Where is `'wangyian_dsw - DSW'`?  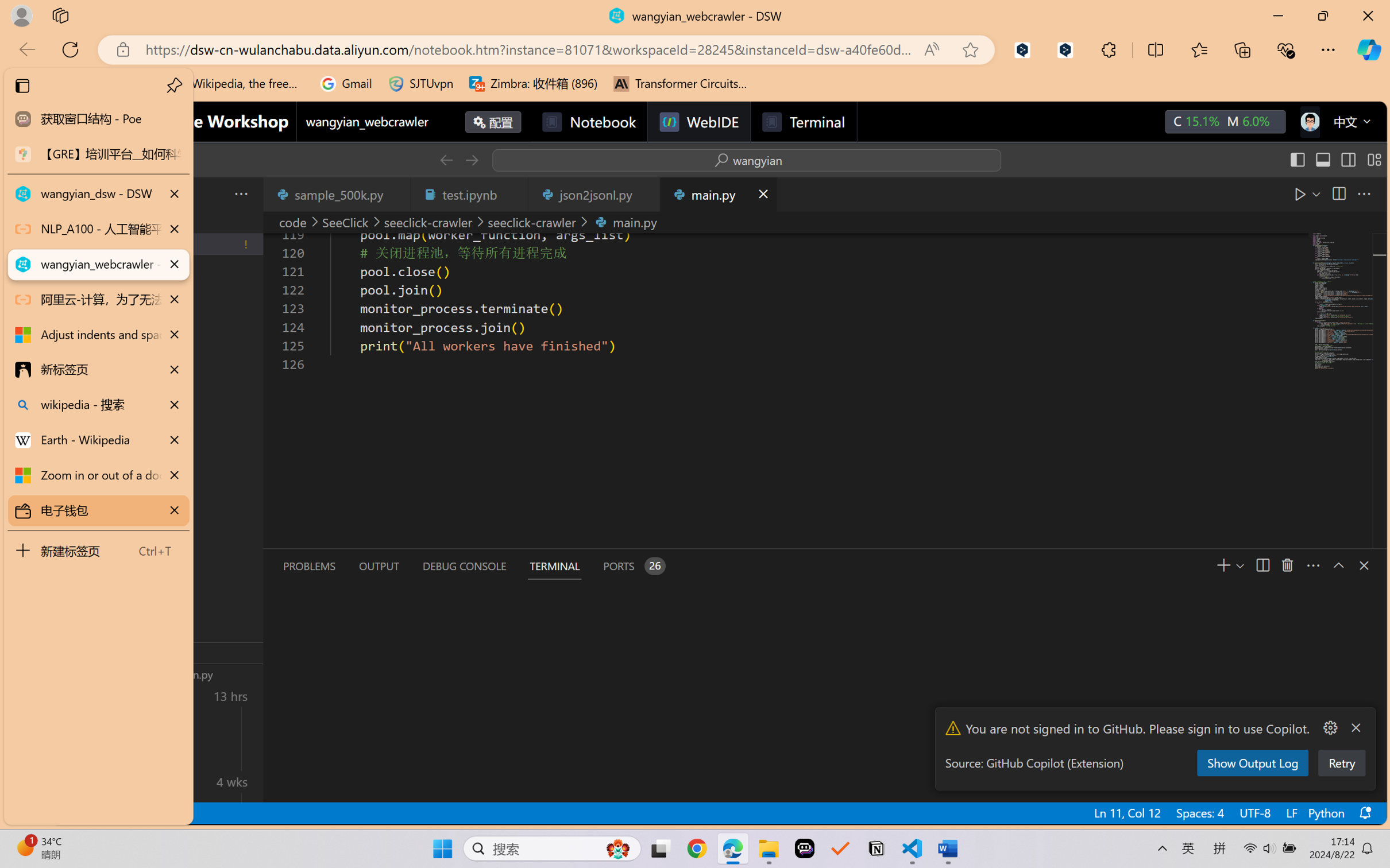
'wangyian_dsw - DSW' is located at coordinates (97, 193).